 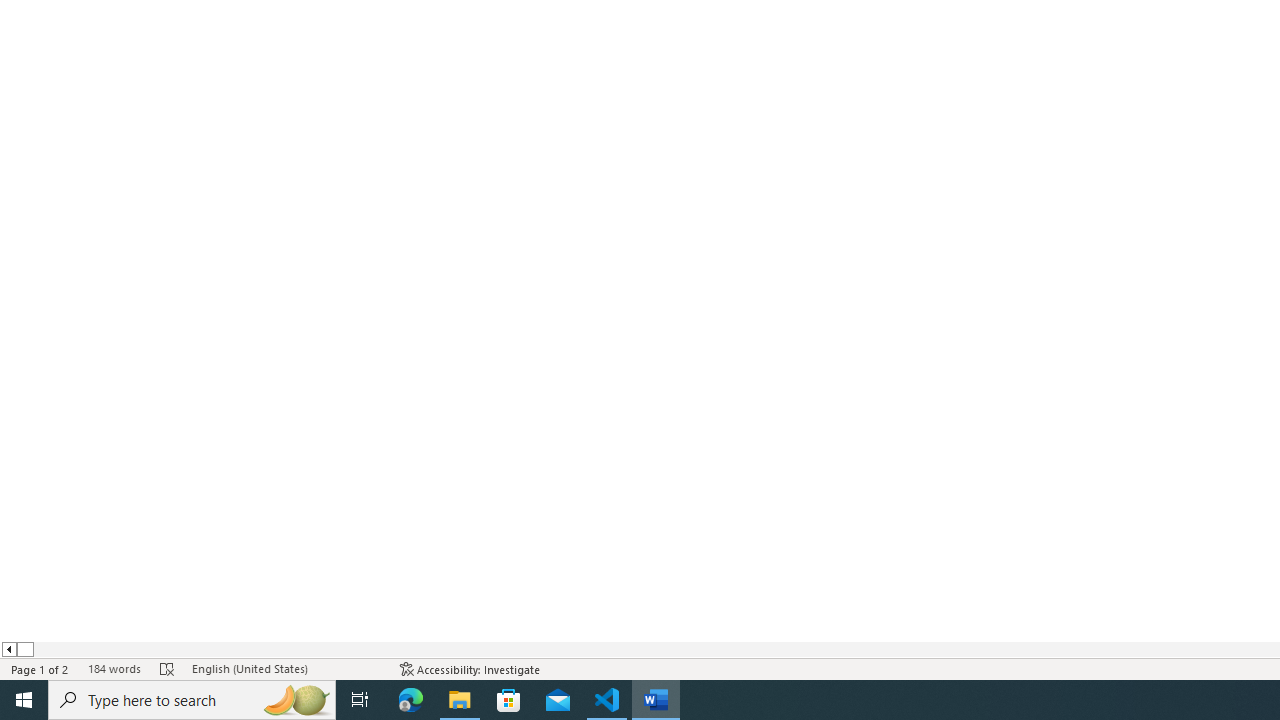 I want to click on 'Column left', so click(x=8, y=649).